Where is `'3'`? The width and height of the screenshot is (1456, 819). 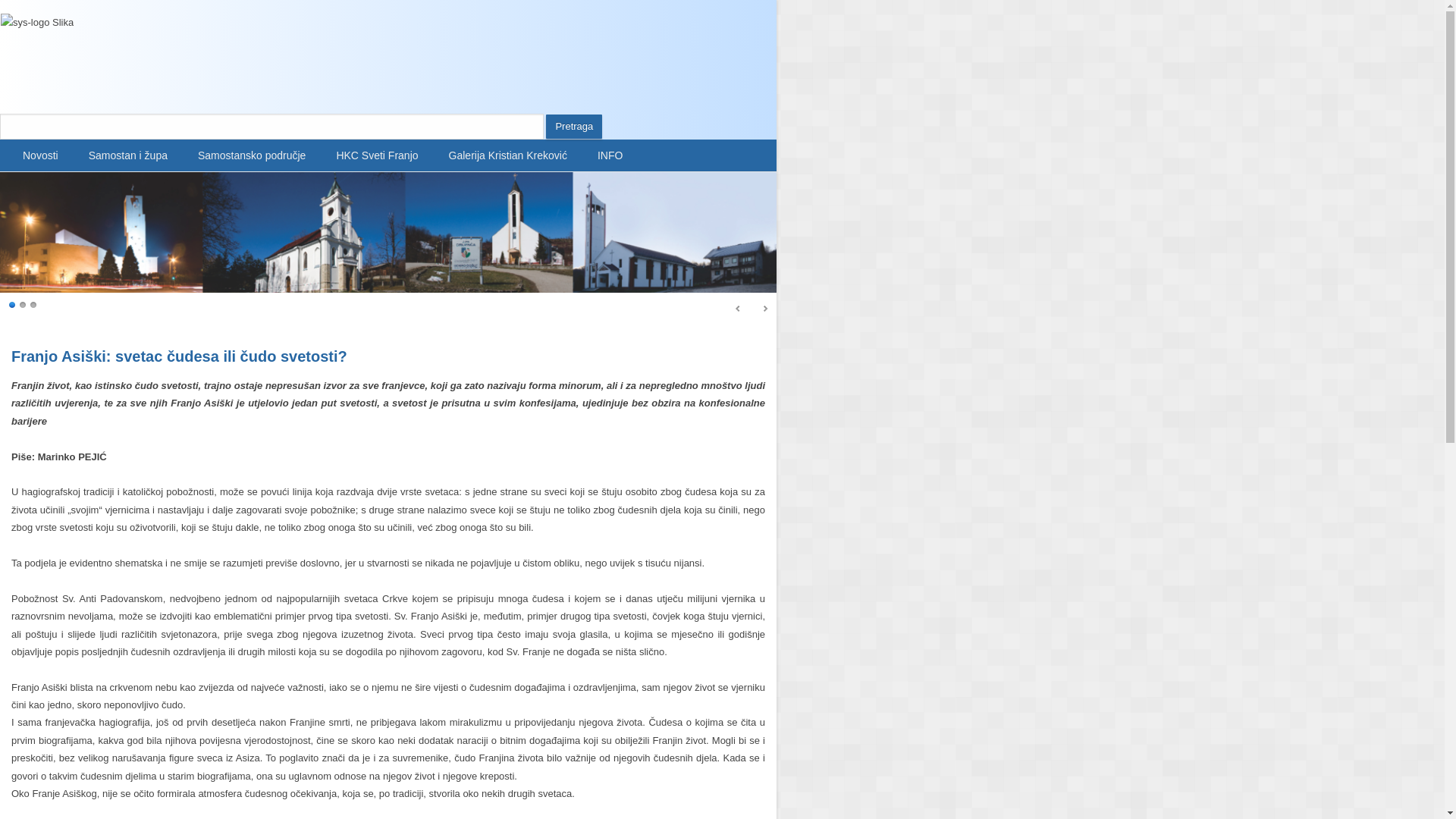
'3' is located at coordinates (30, 304).